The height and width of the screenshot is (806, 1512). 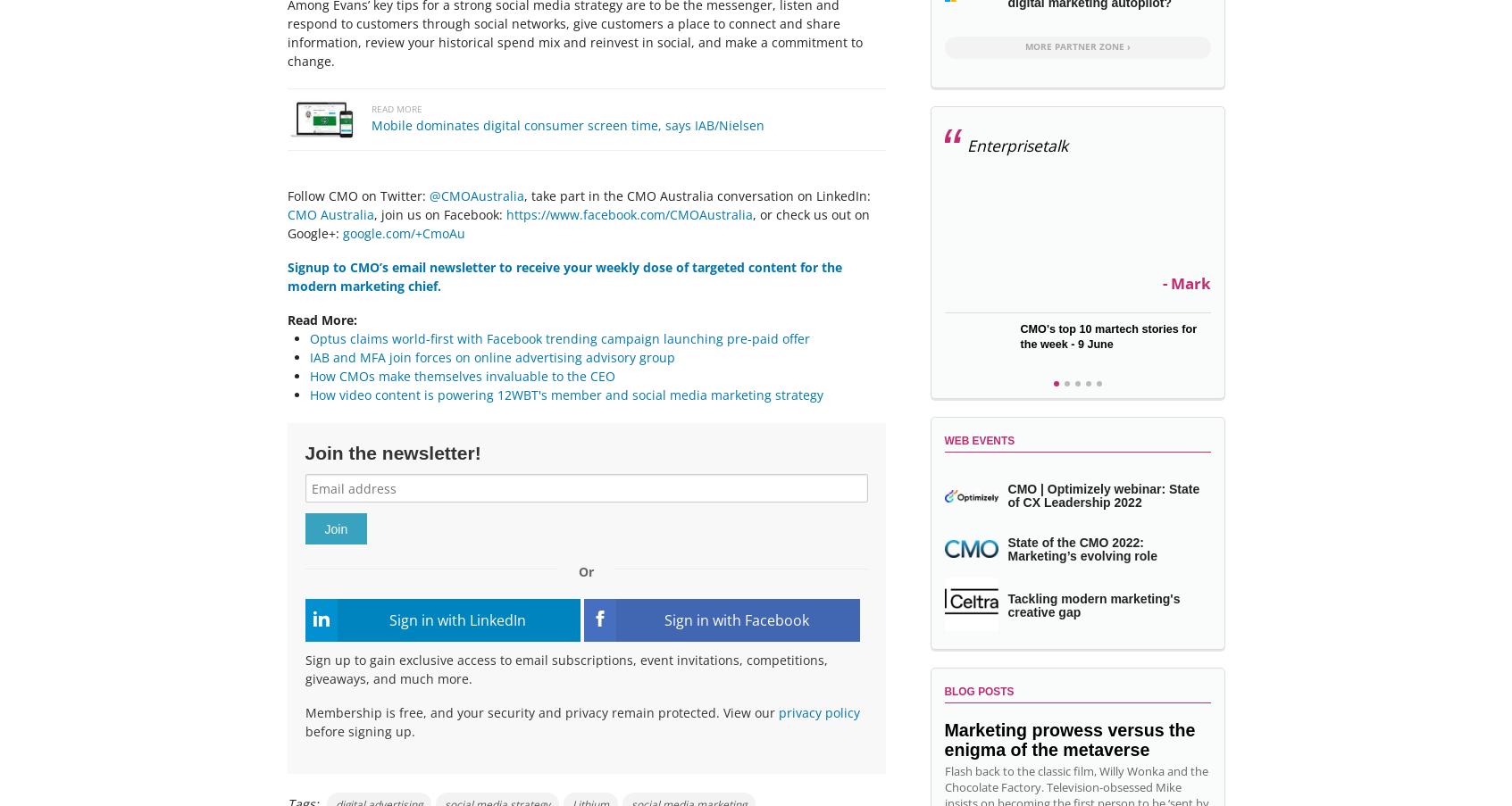 I want to click on '@CMOAustralia', so click(x=428, y=195).